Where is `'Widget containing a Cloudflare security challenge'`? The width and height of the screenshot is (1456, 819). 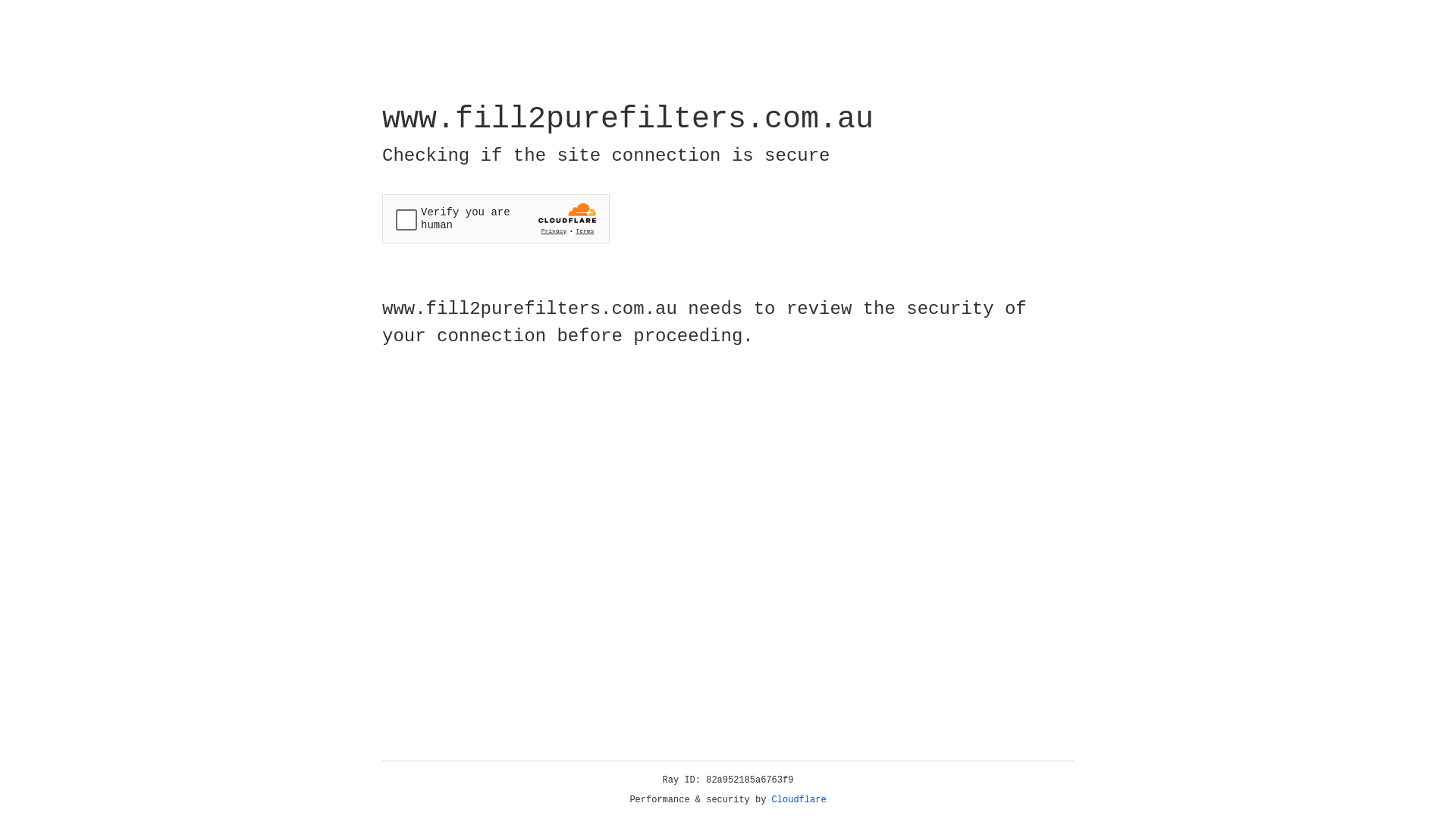
'Widget containing a Cloudflare security challenge' is located at coordinates (495, 218).